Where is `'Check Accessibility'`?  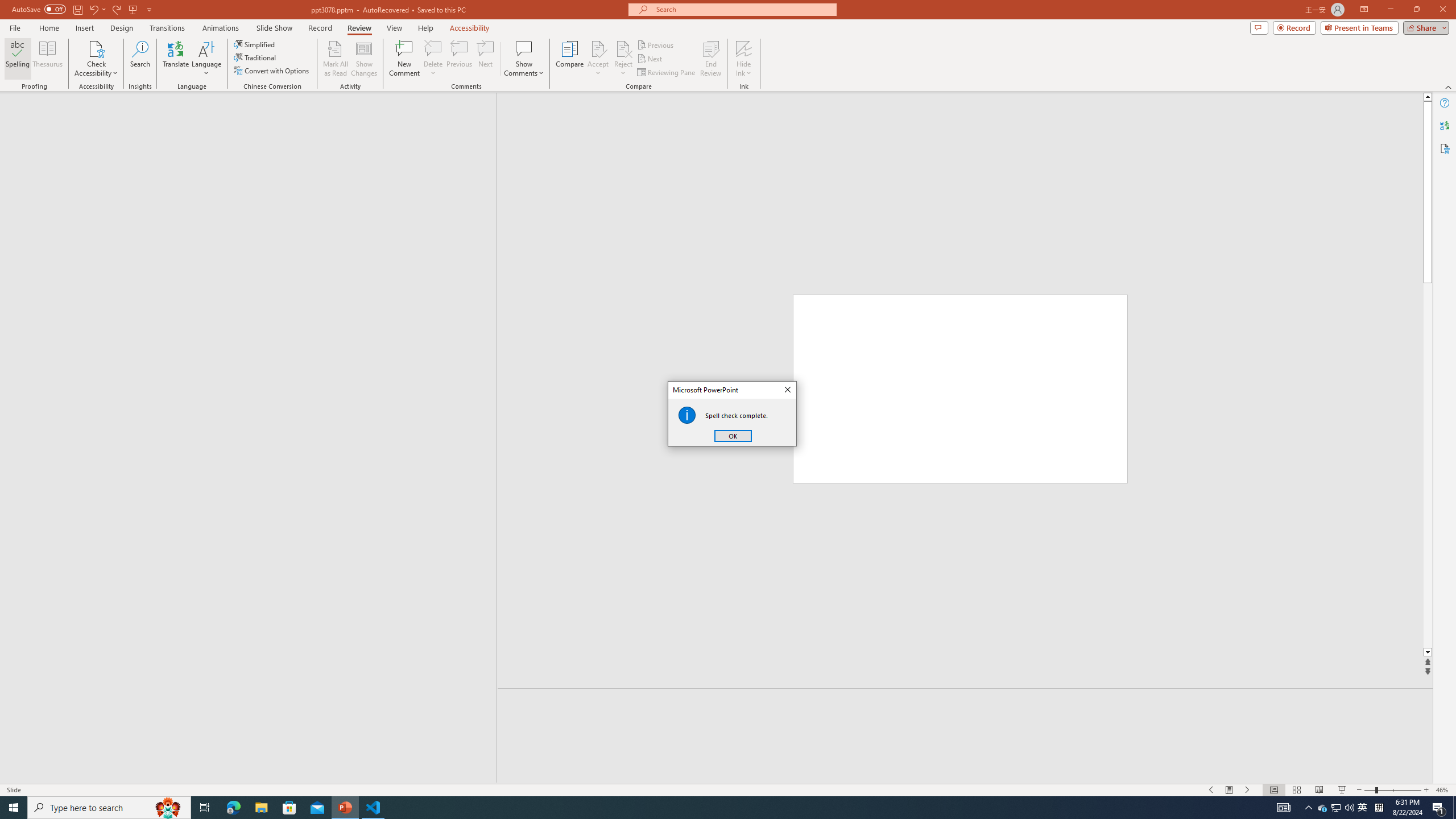 'Check Accessibility' is located at coordinates (95, 59).